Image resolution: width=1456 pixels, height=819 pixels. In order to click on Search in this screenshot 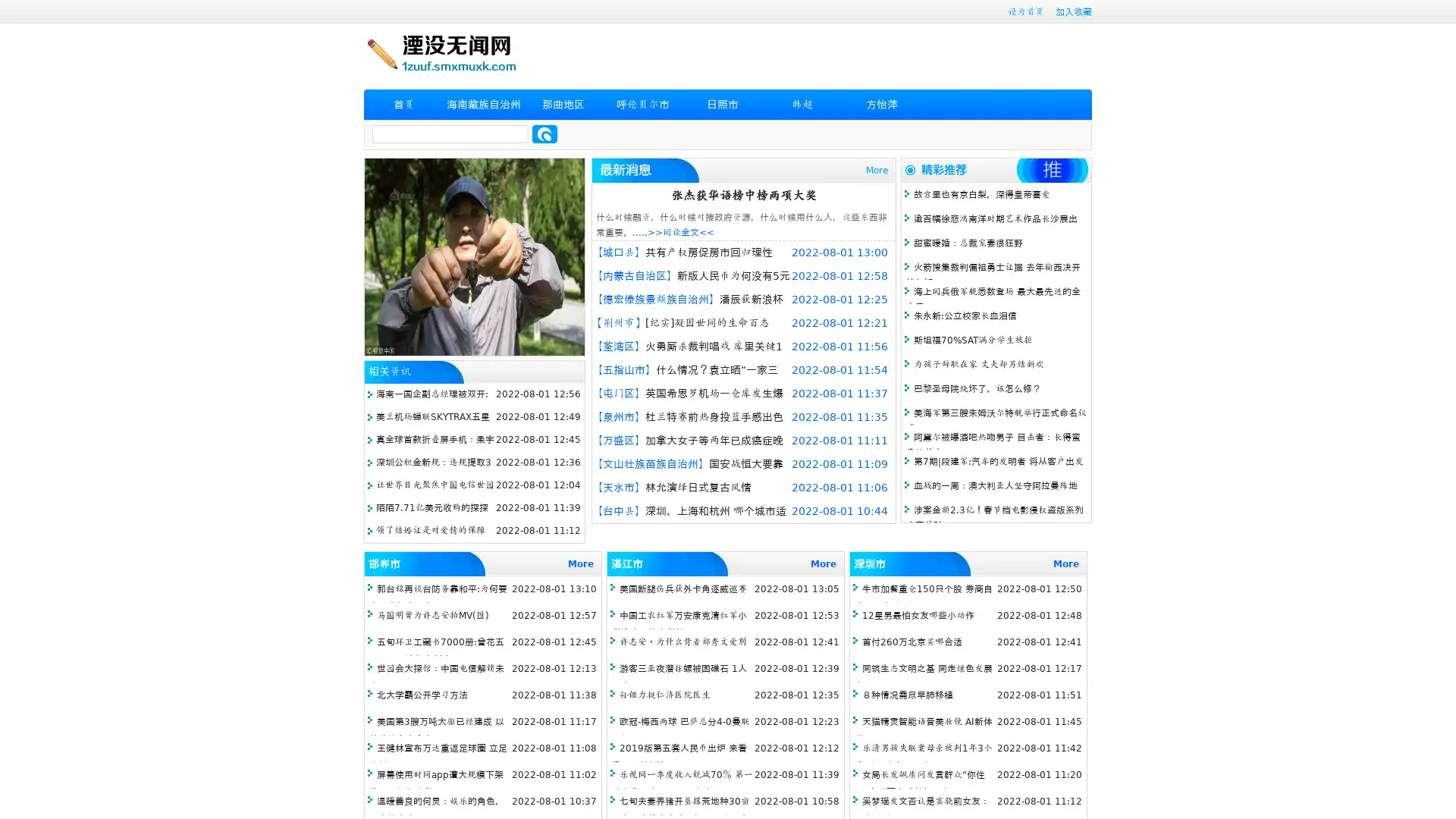, I will do `click(544, 133)`.